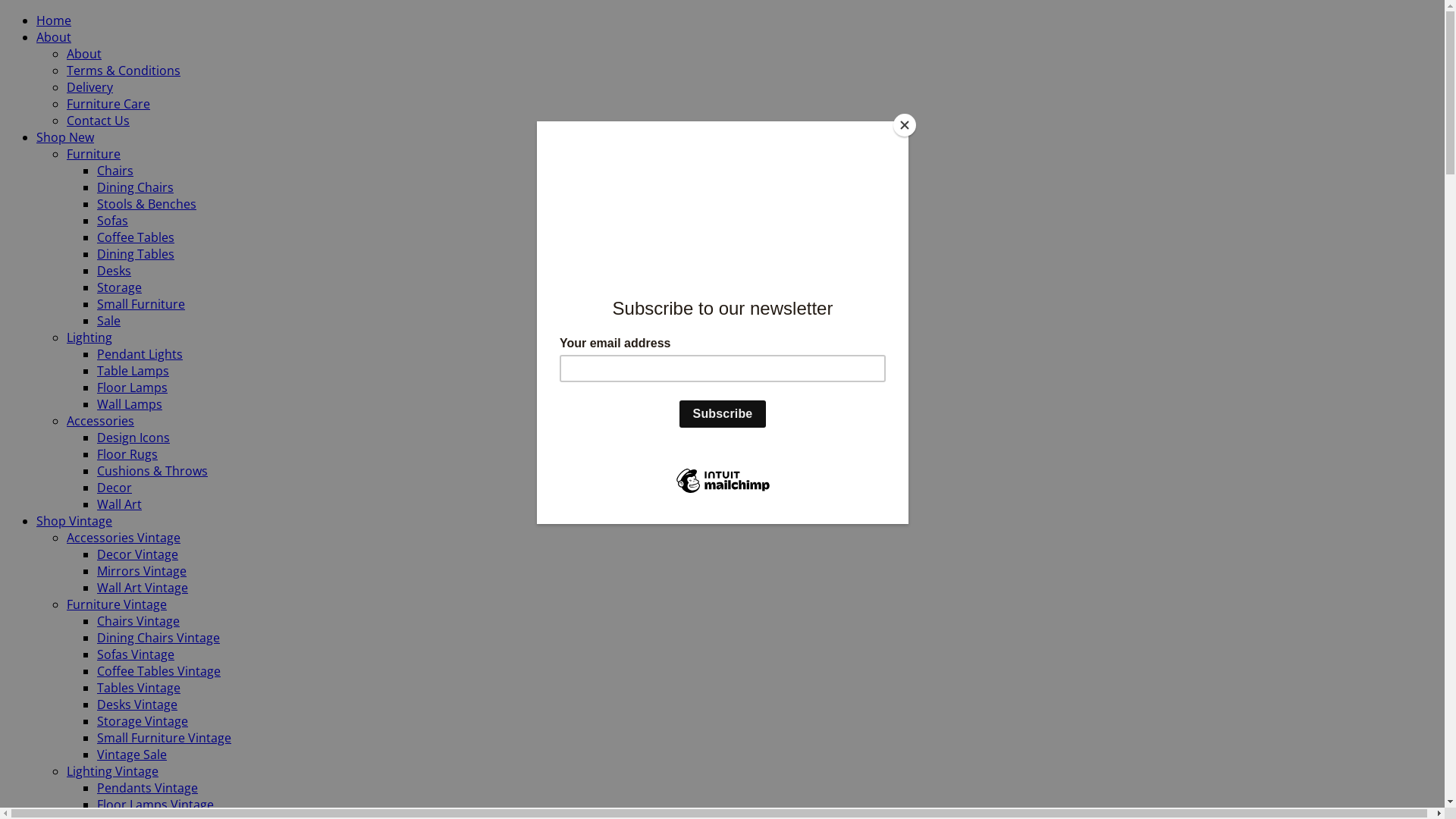 This screenshot has height=819, width=1456. Describe the element at coordinates (96, 438) in the screenshot. I see `'Design Icons'` at that location.